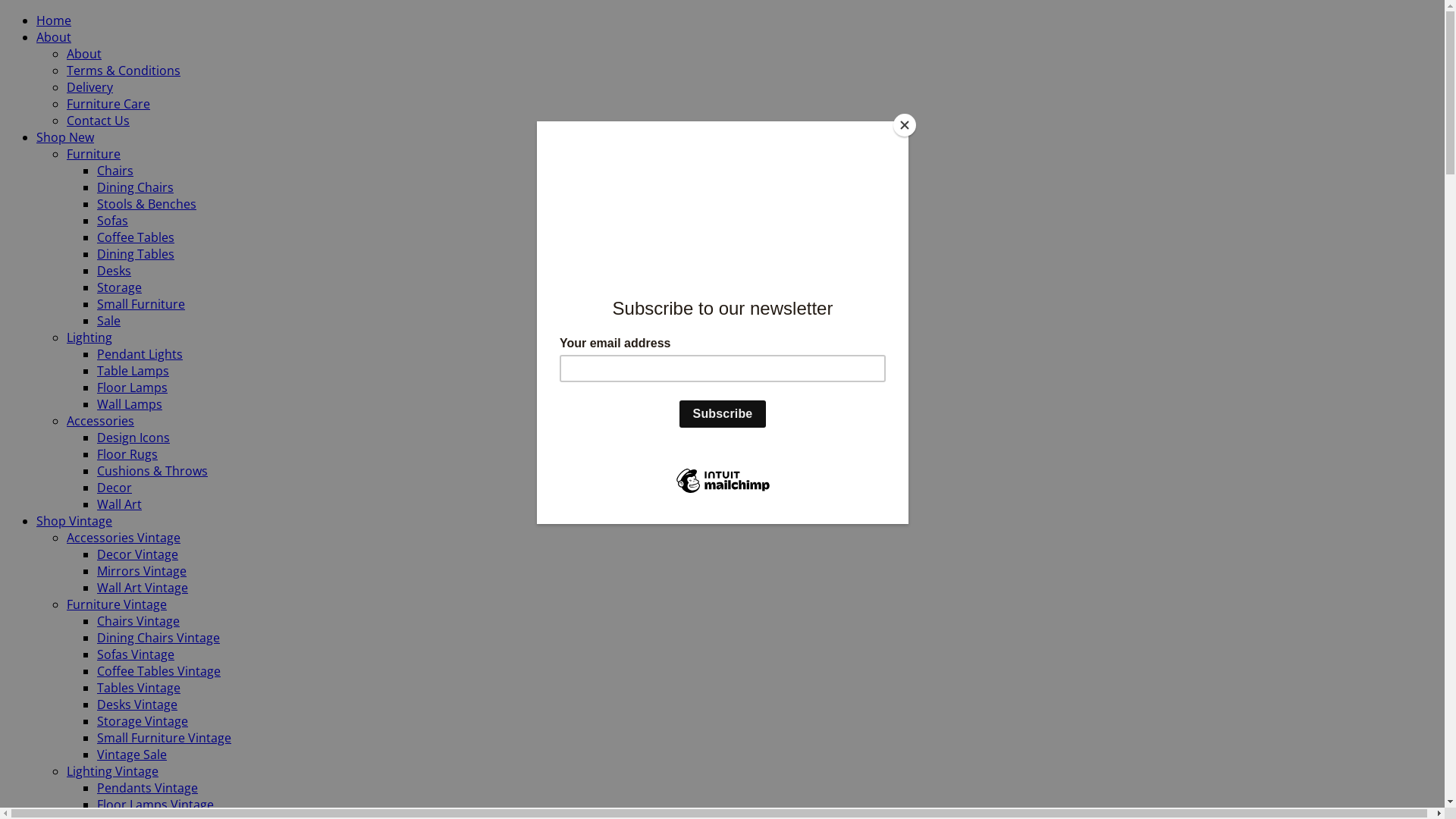 This screenshot has height=819, width=1456. Describe the element at coordinates (96, 438) in the screenshot. I see `'Design Icons'` at that location.